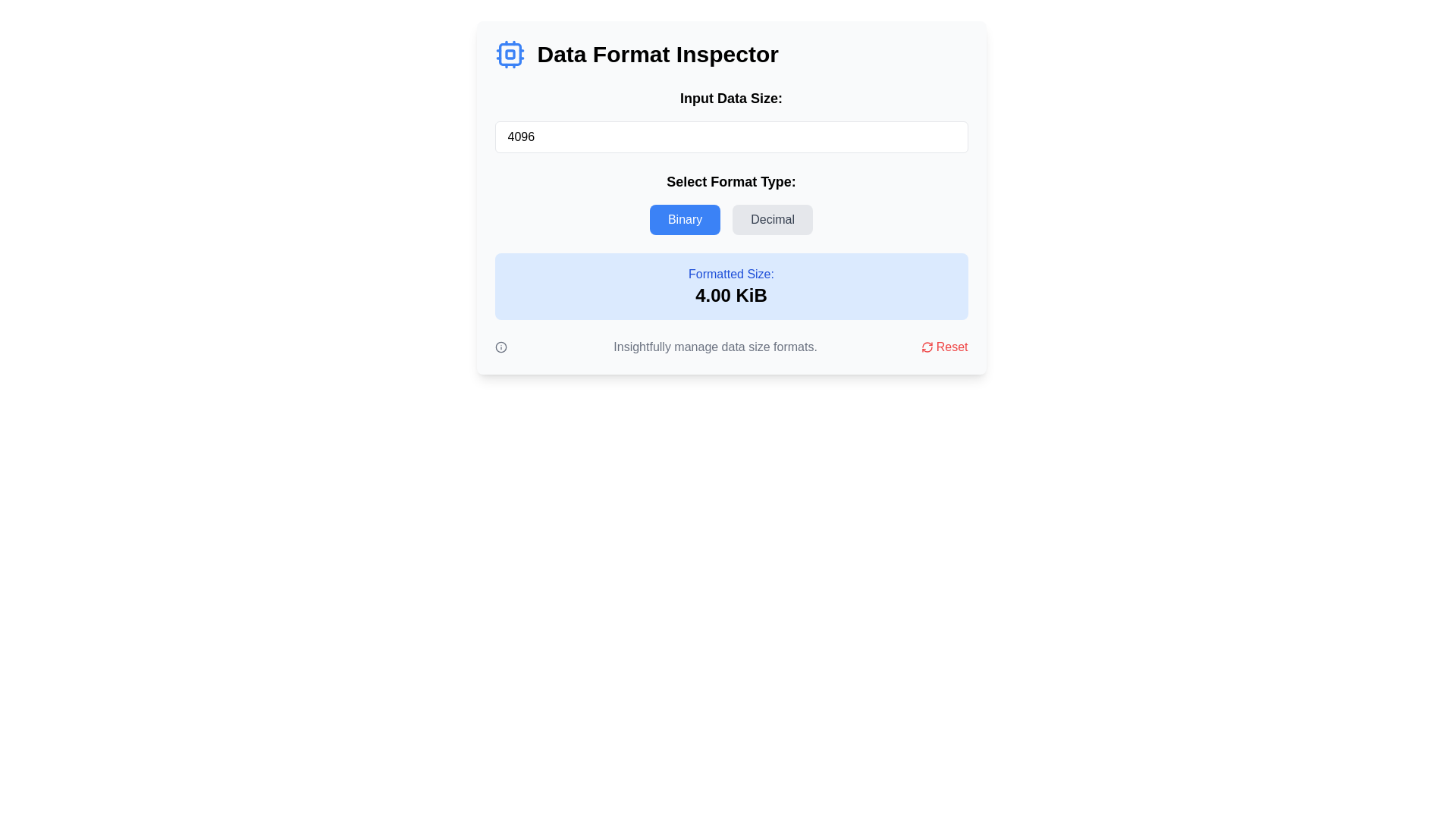 This screenshot has height=819, width=1456. I want to click on the small circular icon with an 'i' symbol, located to the left of the caption 'Insightfully manage data size formats.', so click(500, 347).